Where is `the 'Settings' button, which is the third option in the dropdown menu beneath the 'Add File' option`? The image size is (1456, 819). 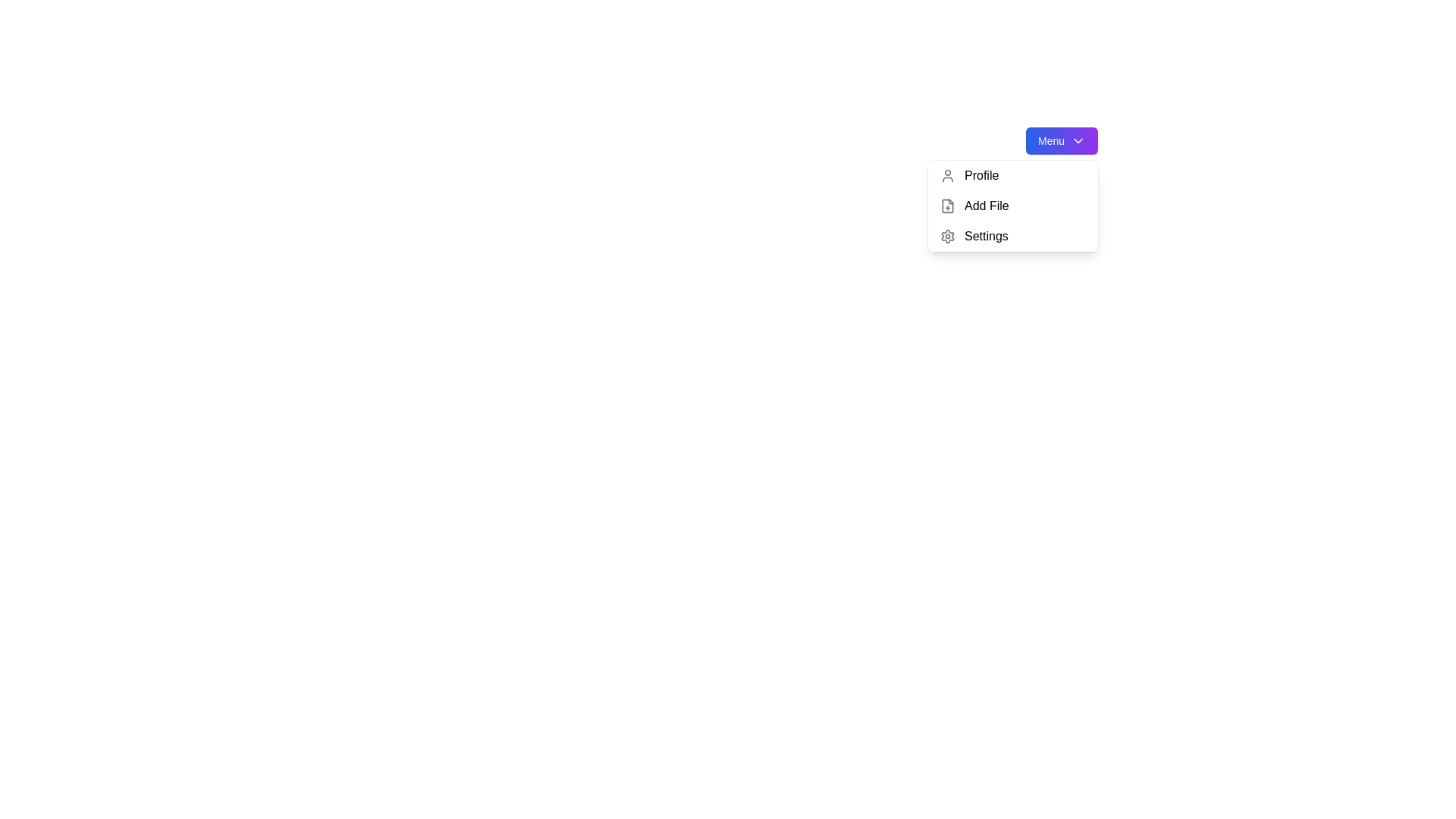
the 'Settings' button, which is the third option in the dropdown menu beneath the 'Add File' option is located at coordinates (1012, 237).